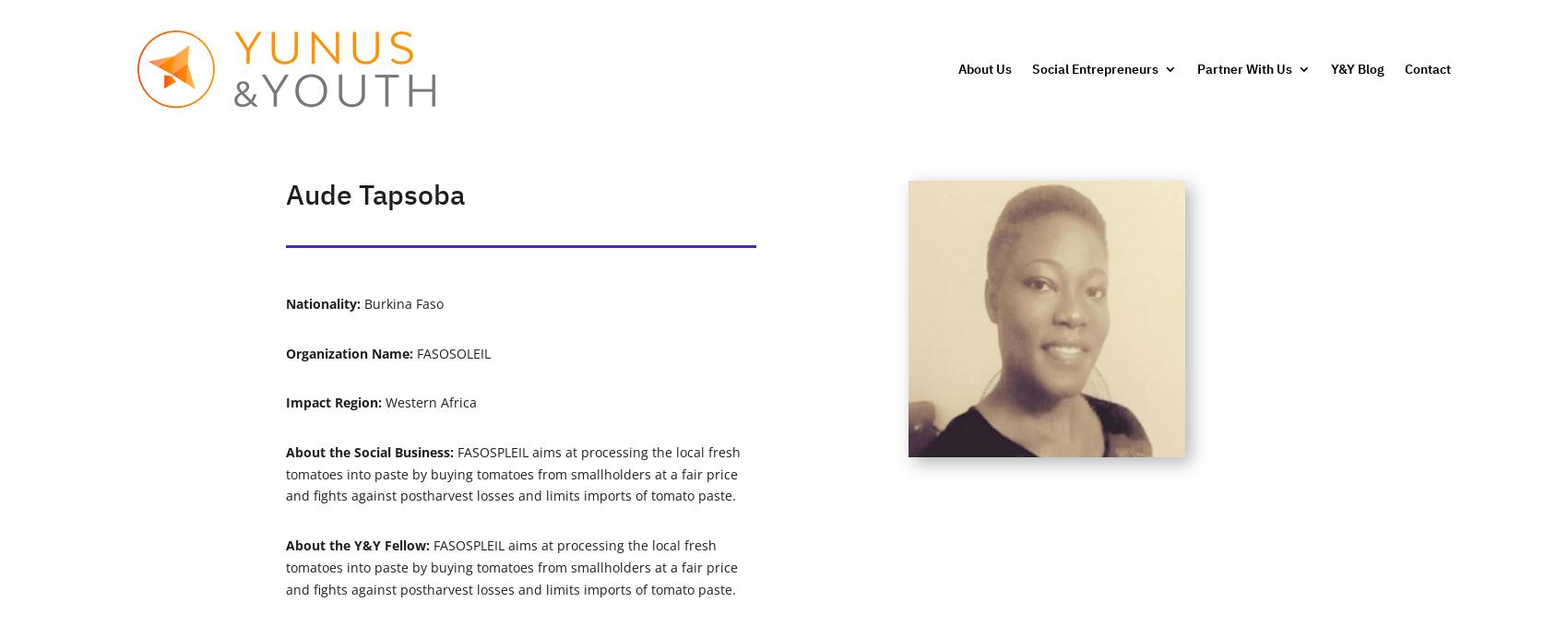 The height and width of the screenshot is (638, 1568). Describe the element at coordinates (324, 302) in the screenshot. I see `'Nationality:'` at that location.